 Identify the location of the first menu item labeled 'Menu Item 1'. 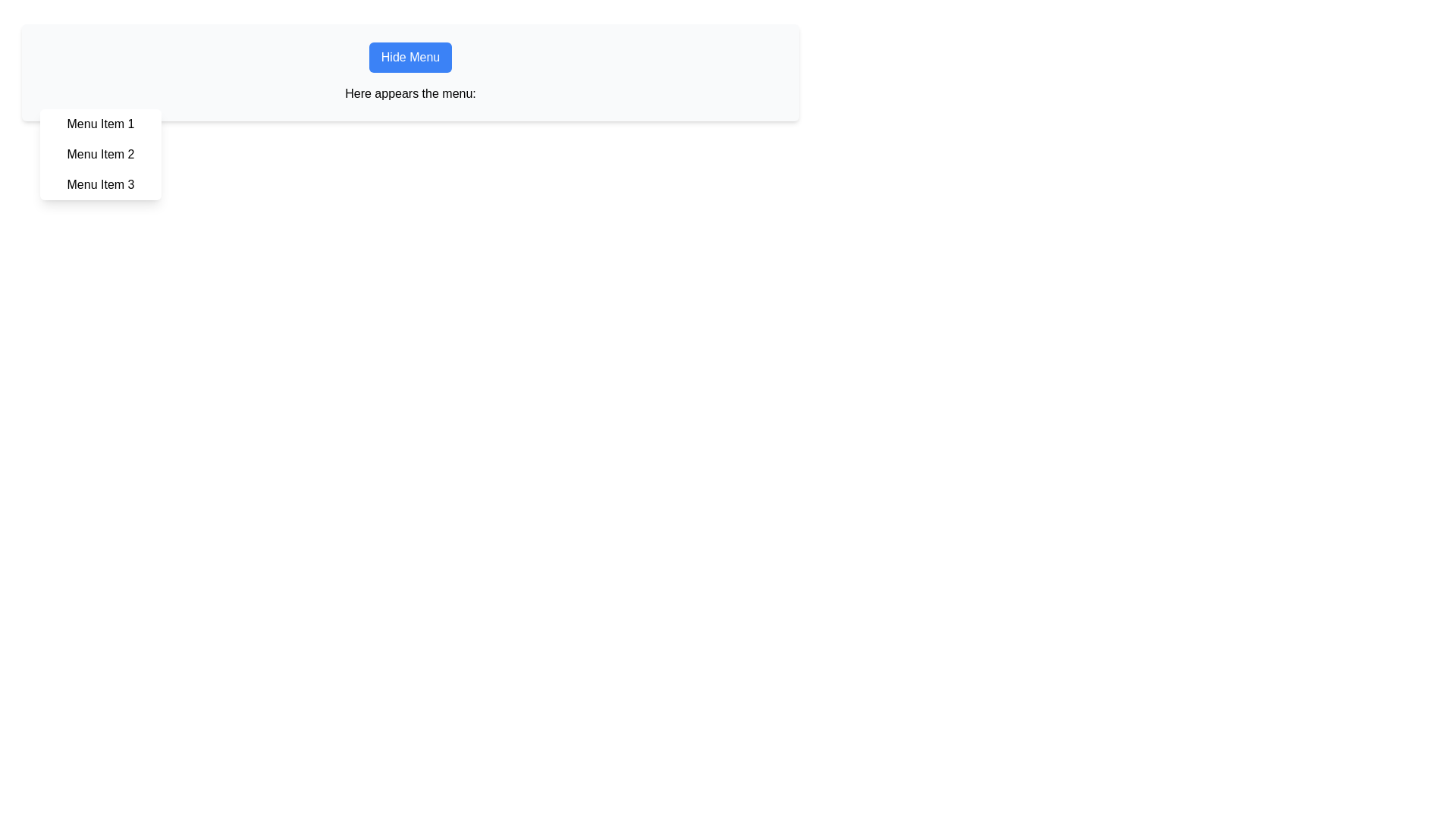
(100, 124).